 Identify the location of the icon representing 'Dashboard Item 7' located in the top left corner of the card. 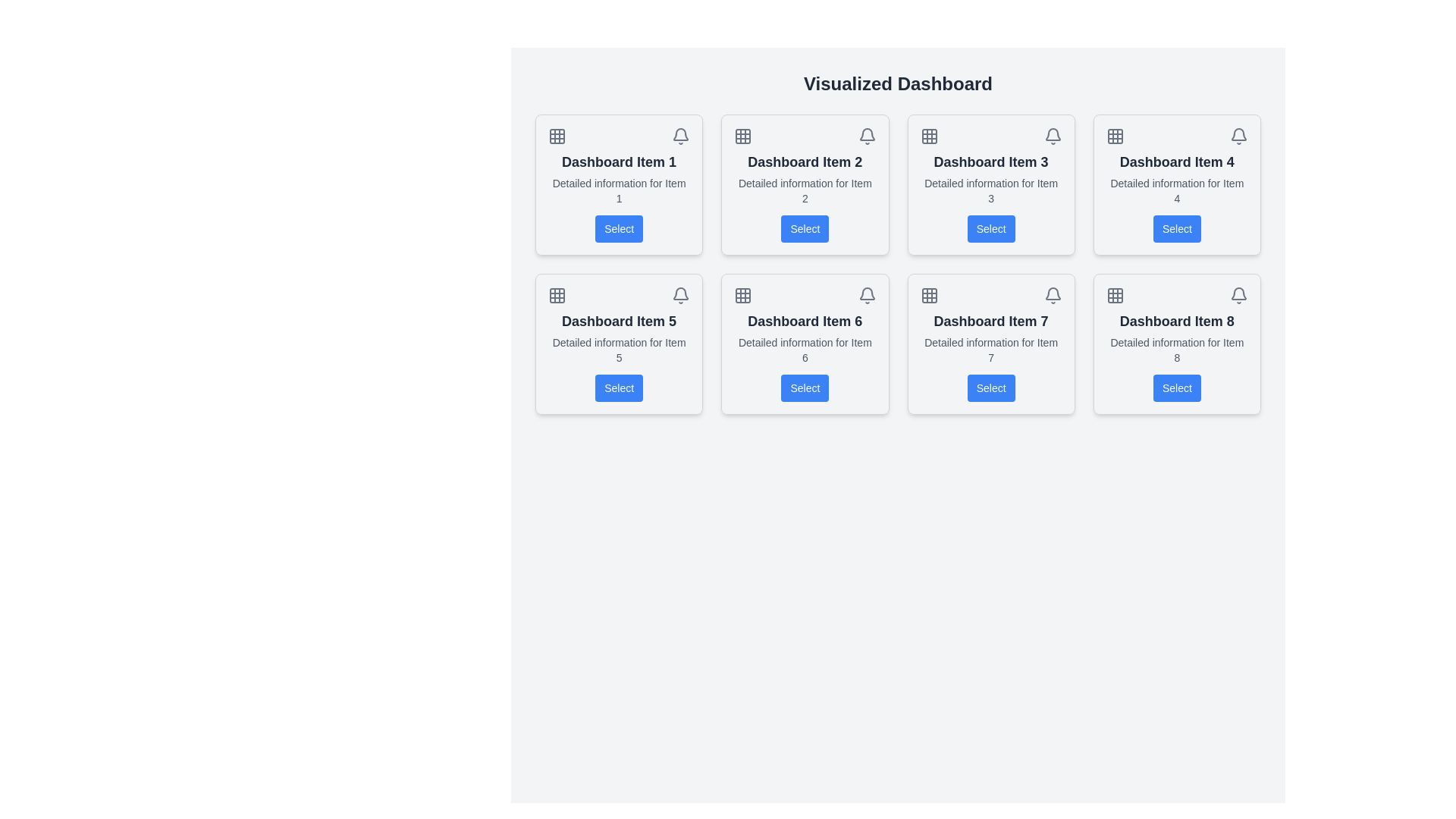
(928, 295).